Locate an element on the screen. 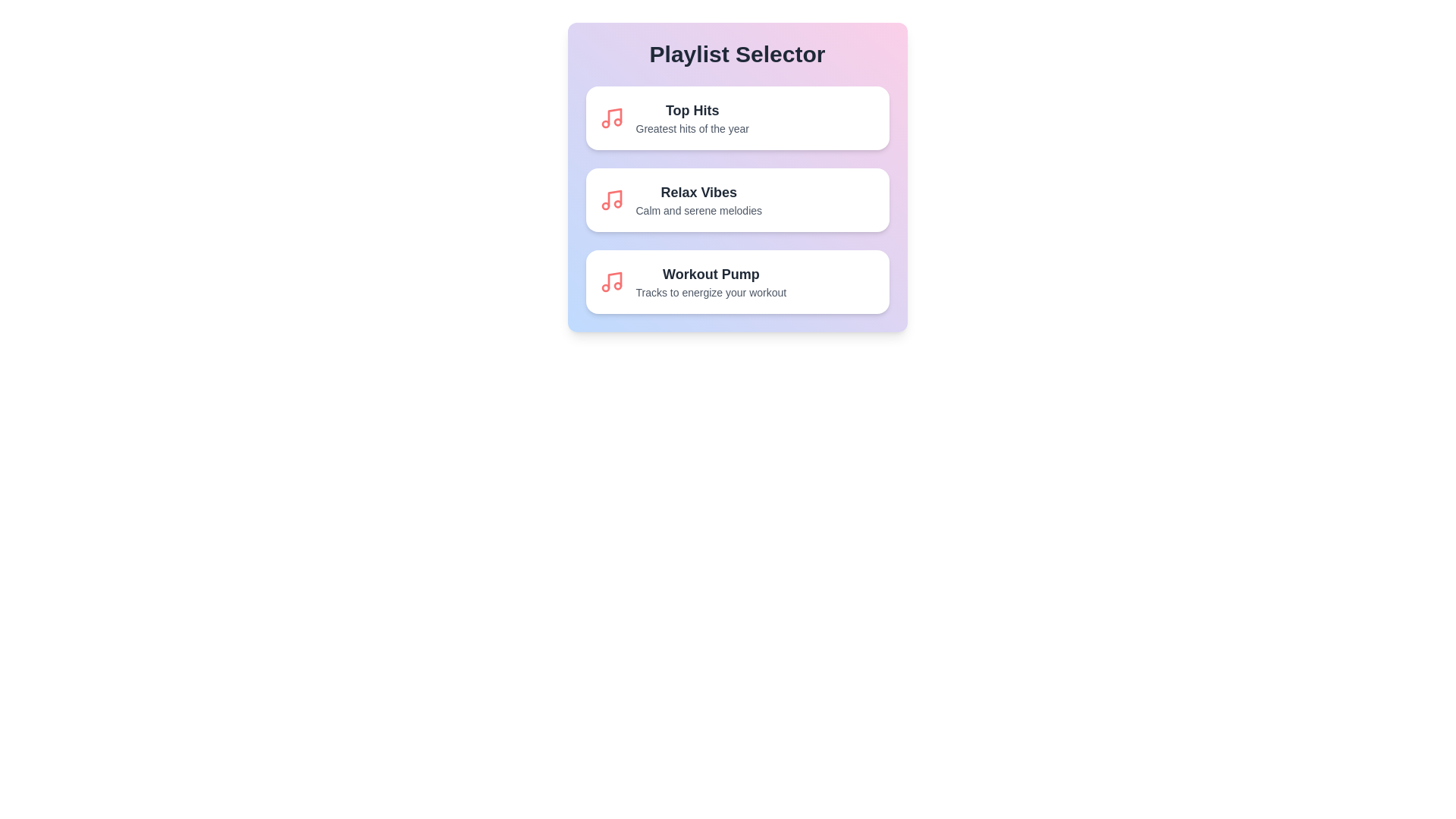 The image size is (1456, 819). the playlist item Workout Pump is located at coordinates (737, 281).